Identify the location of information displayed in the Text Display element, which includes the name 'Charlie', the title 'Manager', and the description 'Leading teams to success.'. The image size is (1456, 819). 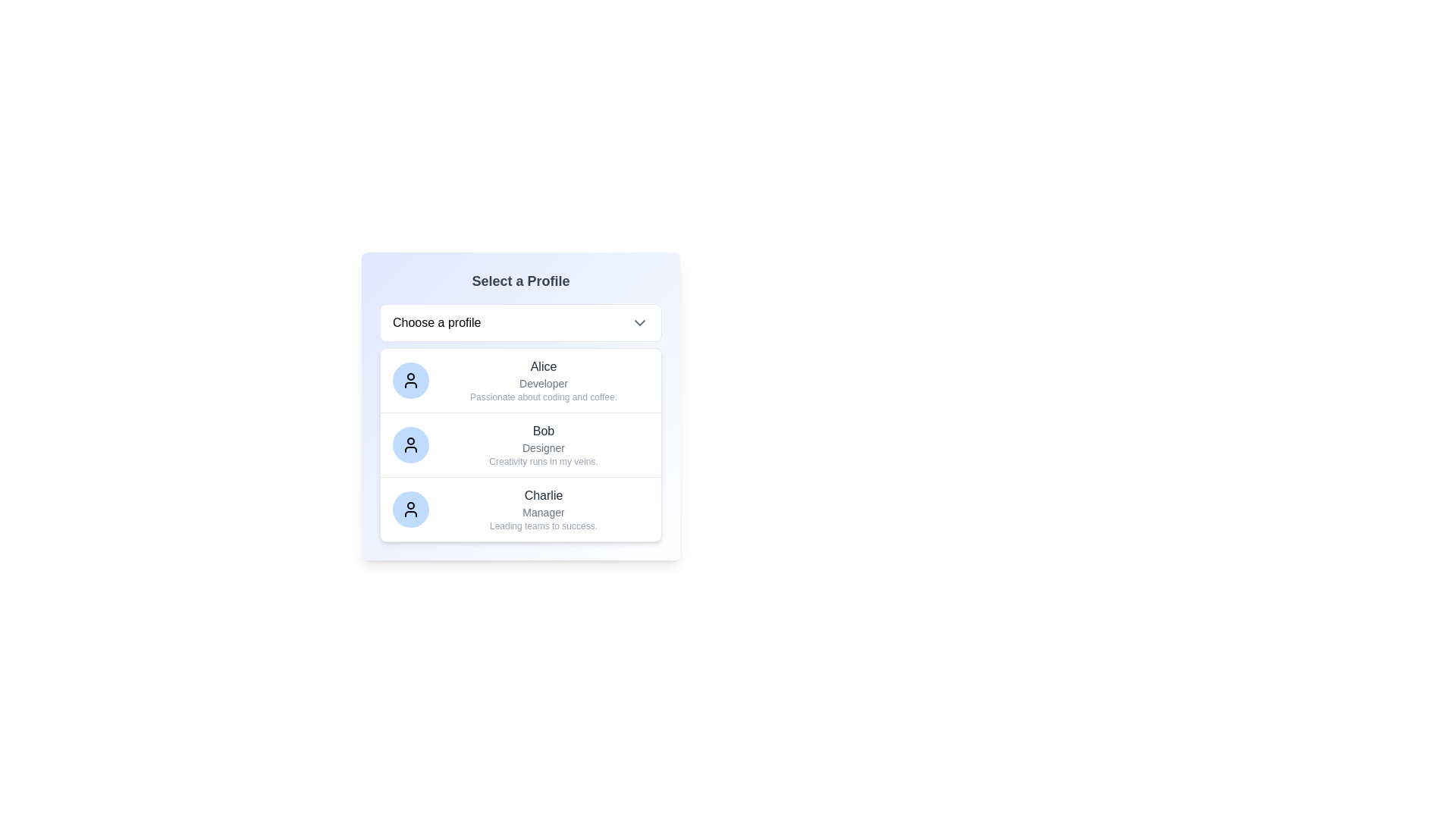
(543, 509).